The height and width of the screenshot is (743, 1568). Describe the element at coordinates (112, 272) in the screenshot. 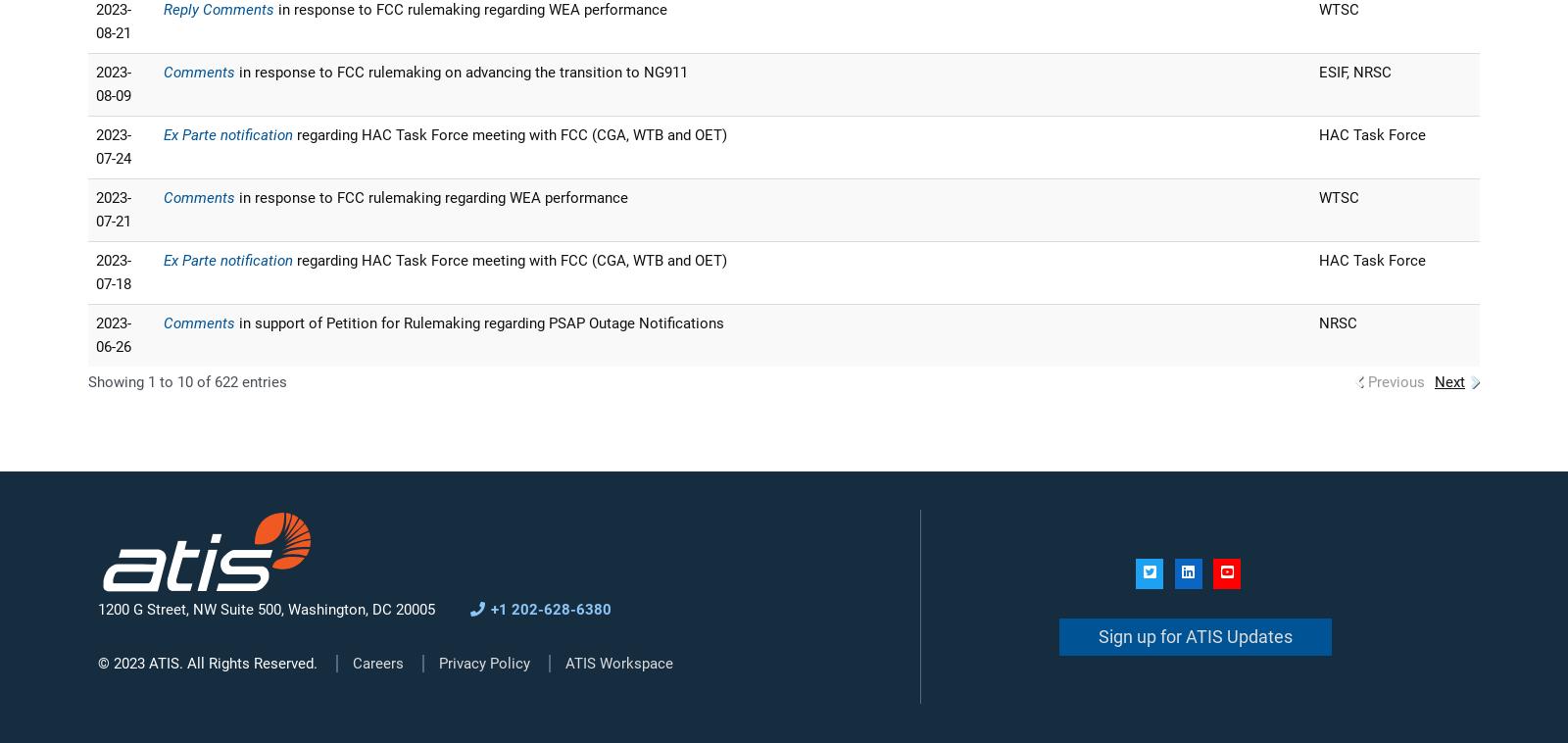

I see `'2023-07-18'` at that location.